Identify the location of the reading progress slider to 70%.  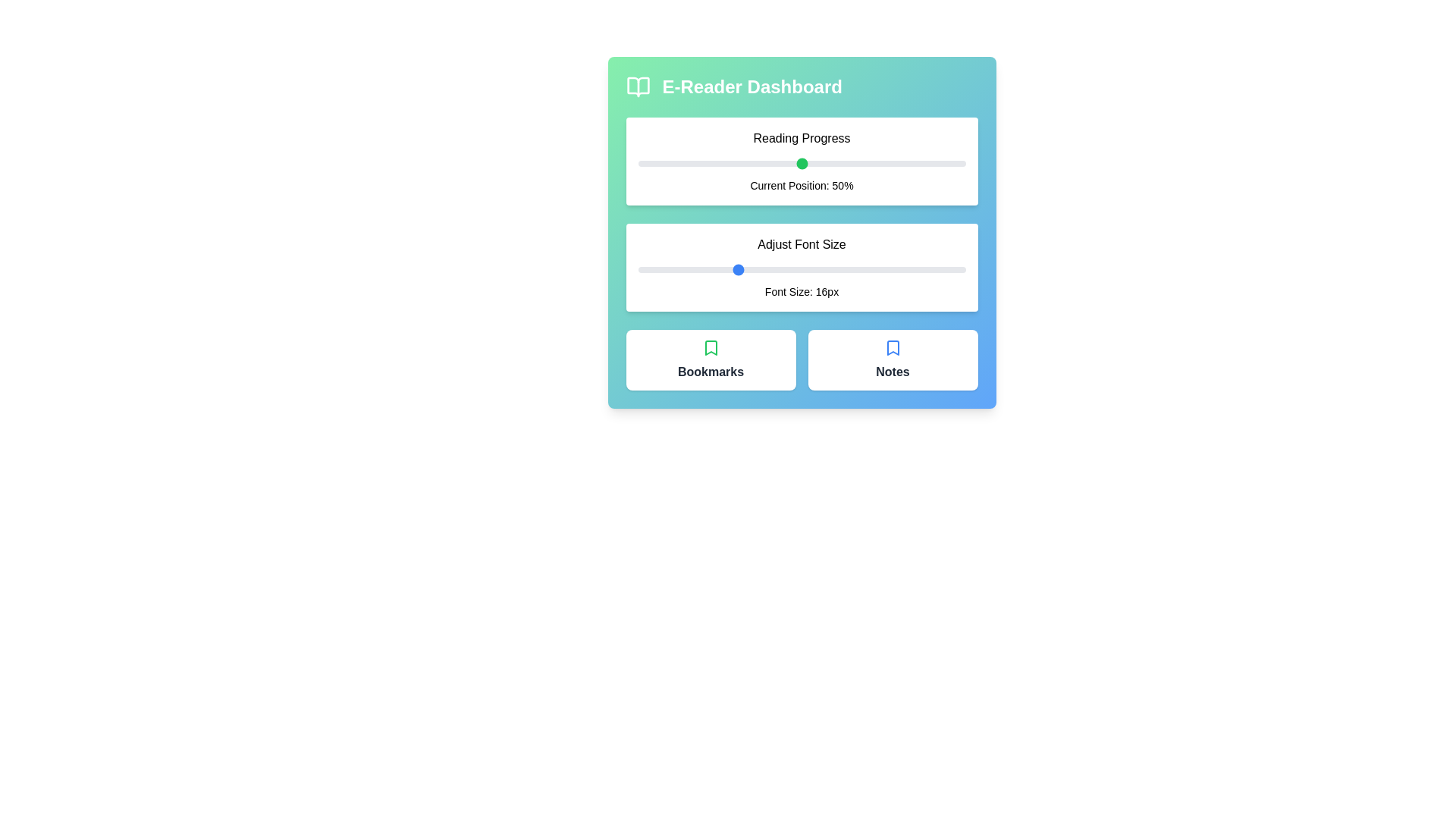
(867, 164).